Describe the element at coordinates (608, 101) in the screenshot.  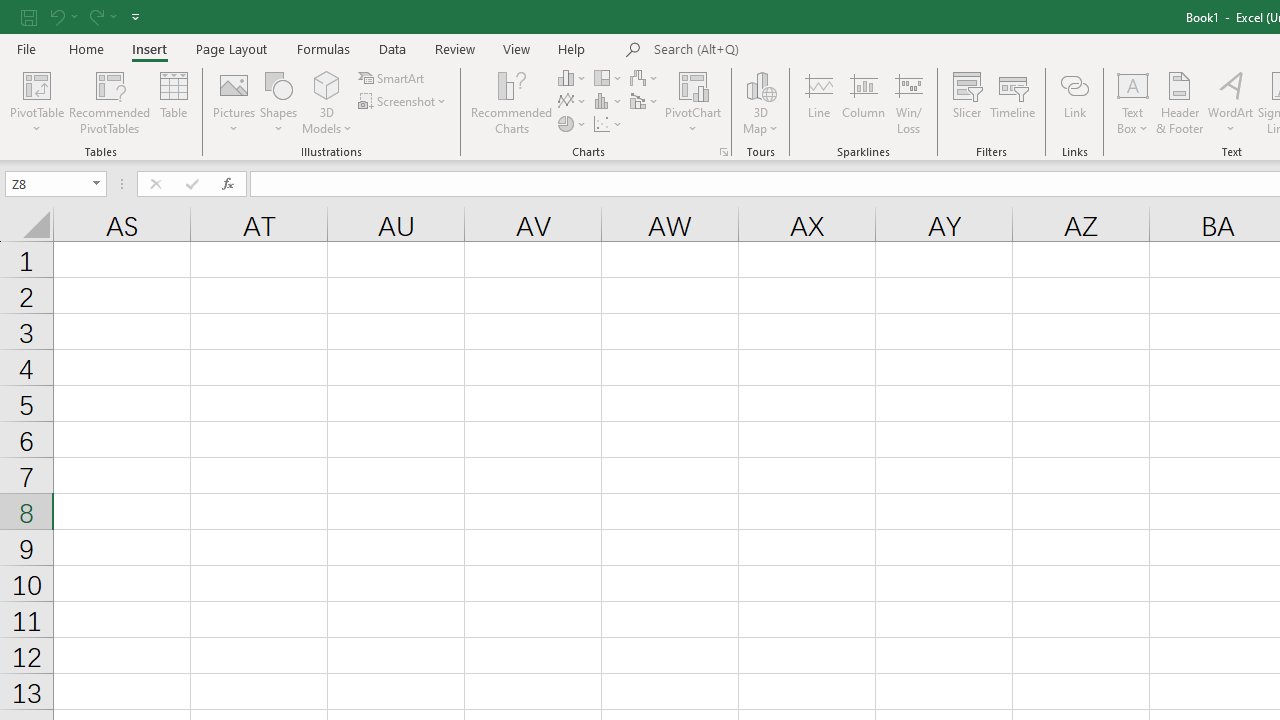
I see `'Insert Statistic Chart'` at that location.